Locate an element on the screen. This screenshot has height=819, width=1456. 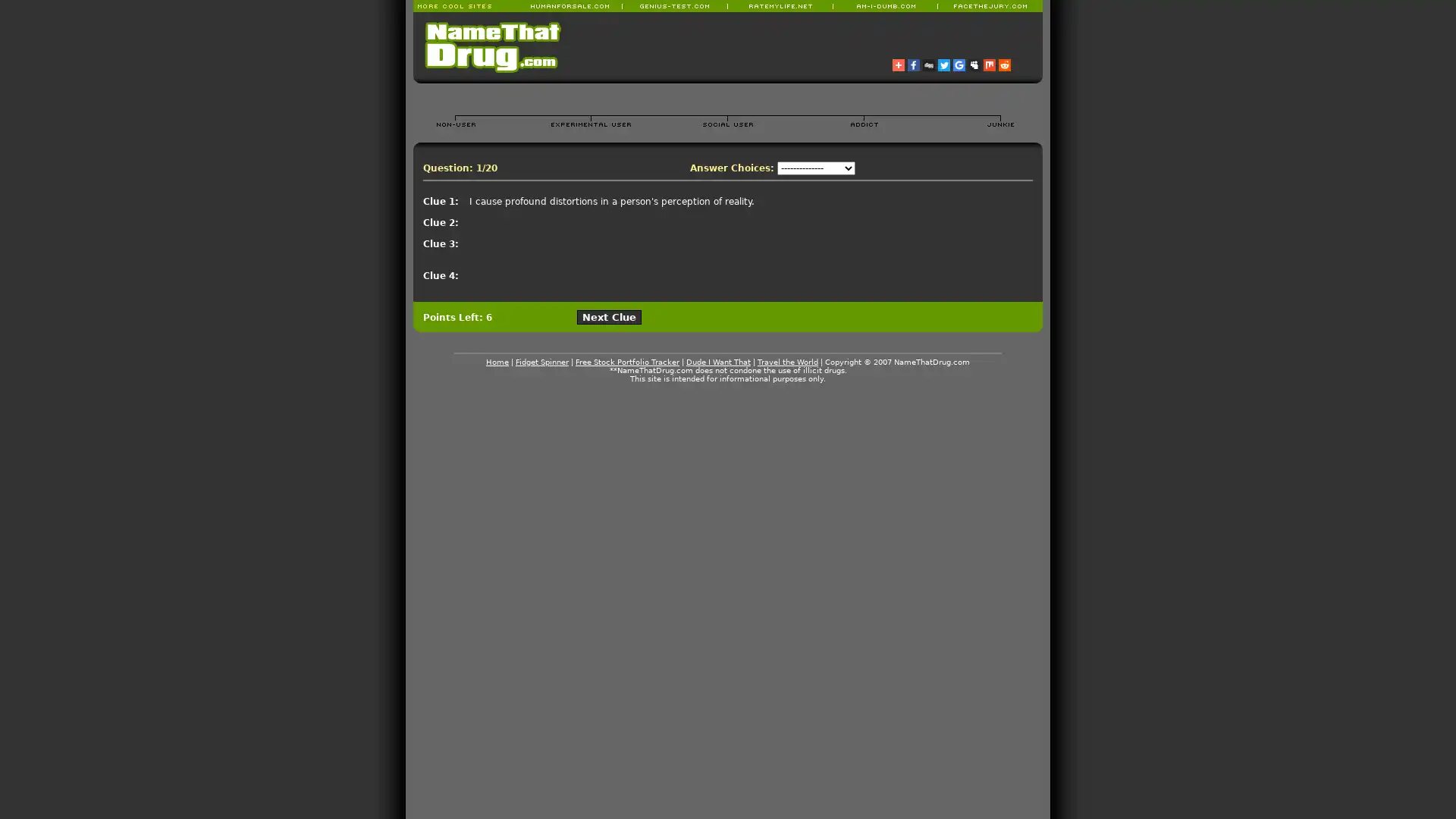
Next Clue is located at coordinates (609, 316).